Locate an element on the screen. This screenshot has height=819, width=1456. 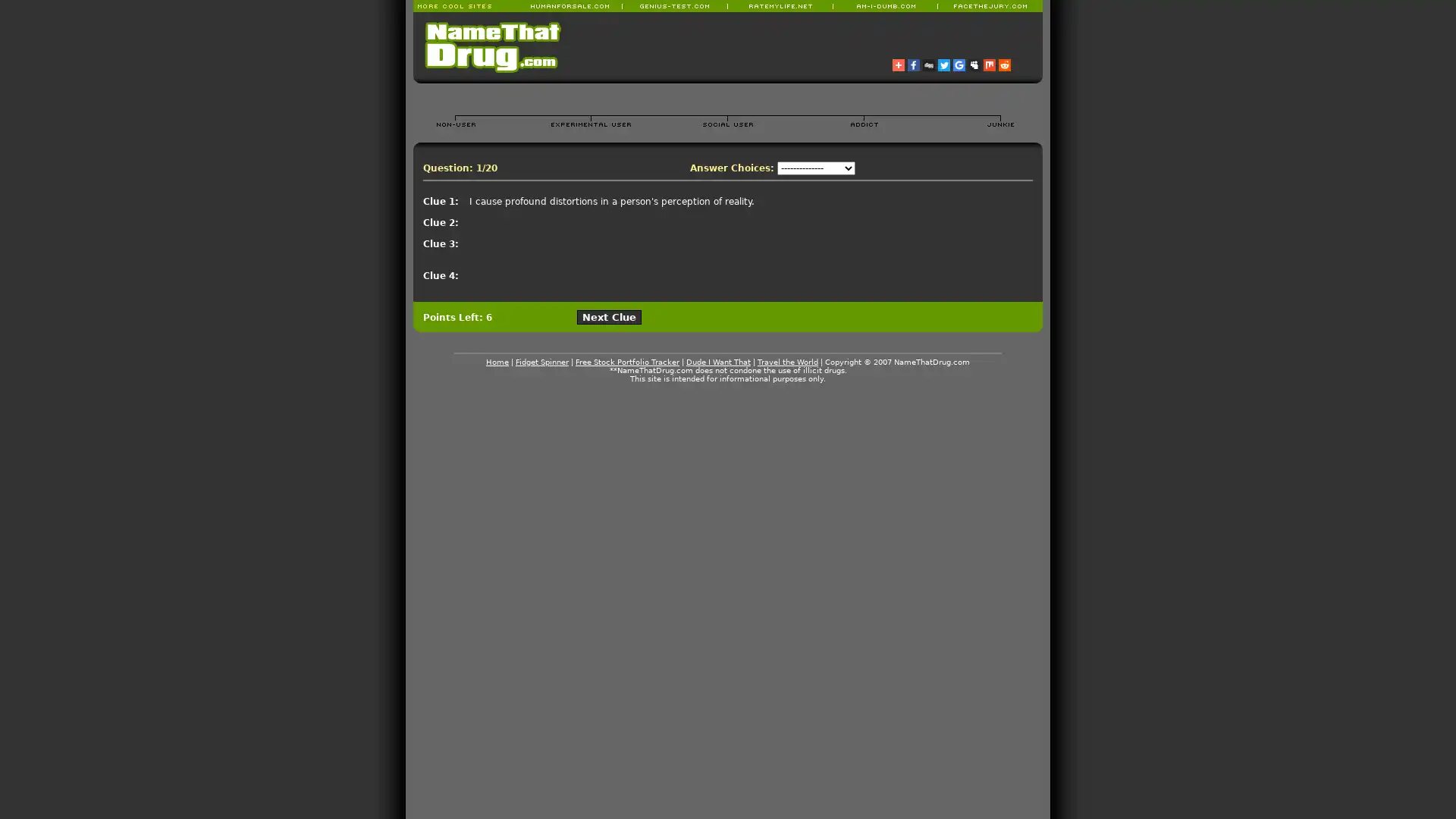
Next Clue is located at coordinates (609, 316).